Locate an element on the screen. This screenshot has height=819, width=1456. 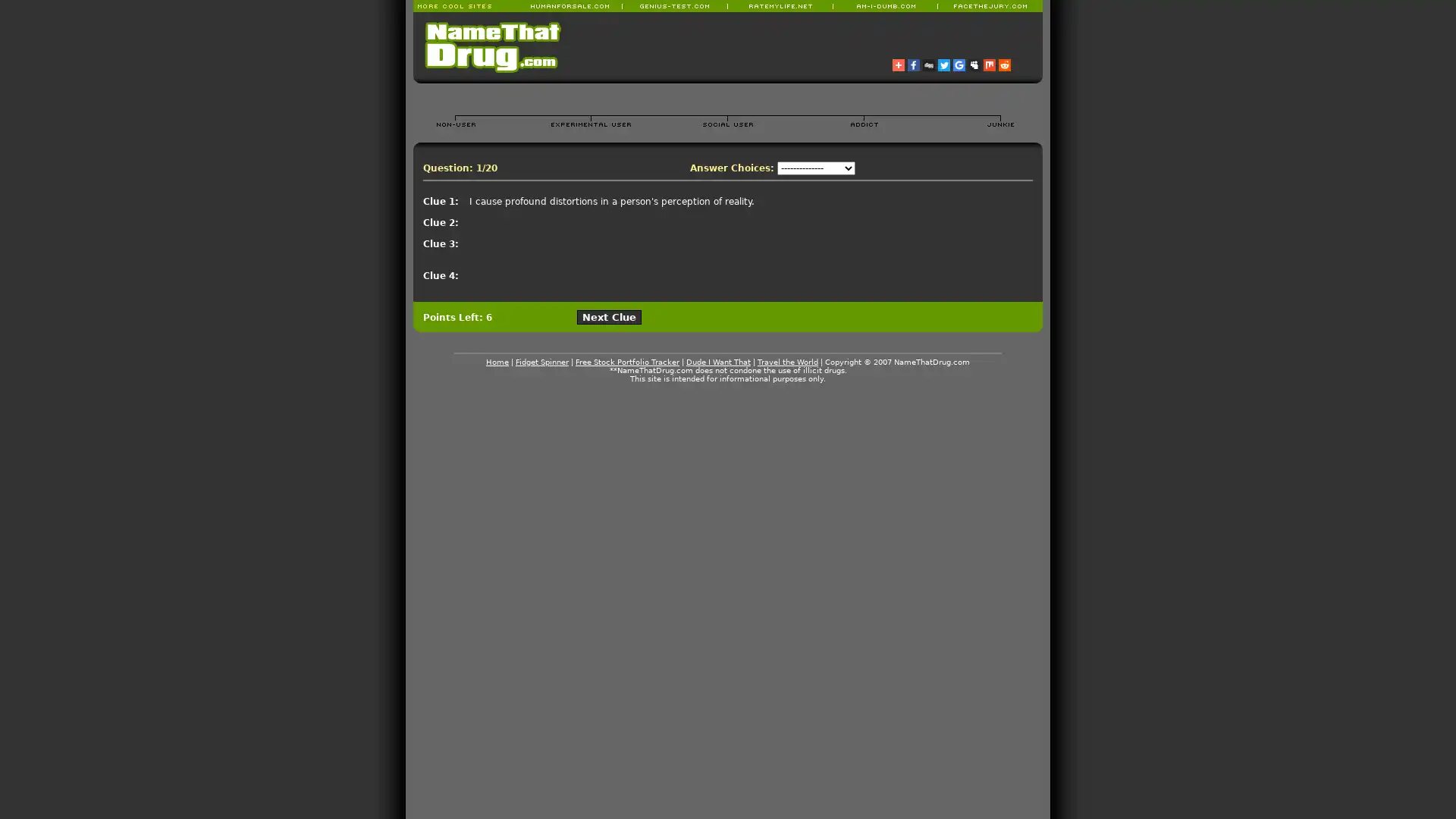
Next Clue is located at coordinates (609, 316).